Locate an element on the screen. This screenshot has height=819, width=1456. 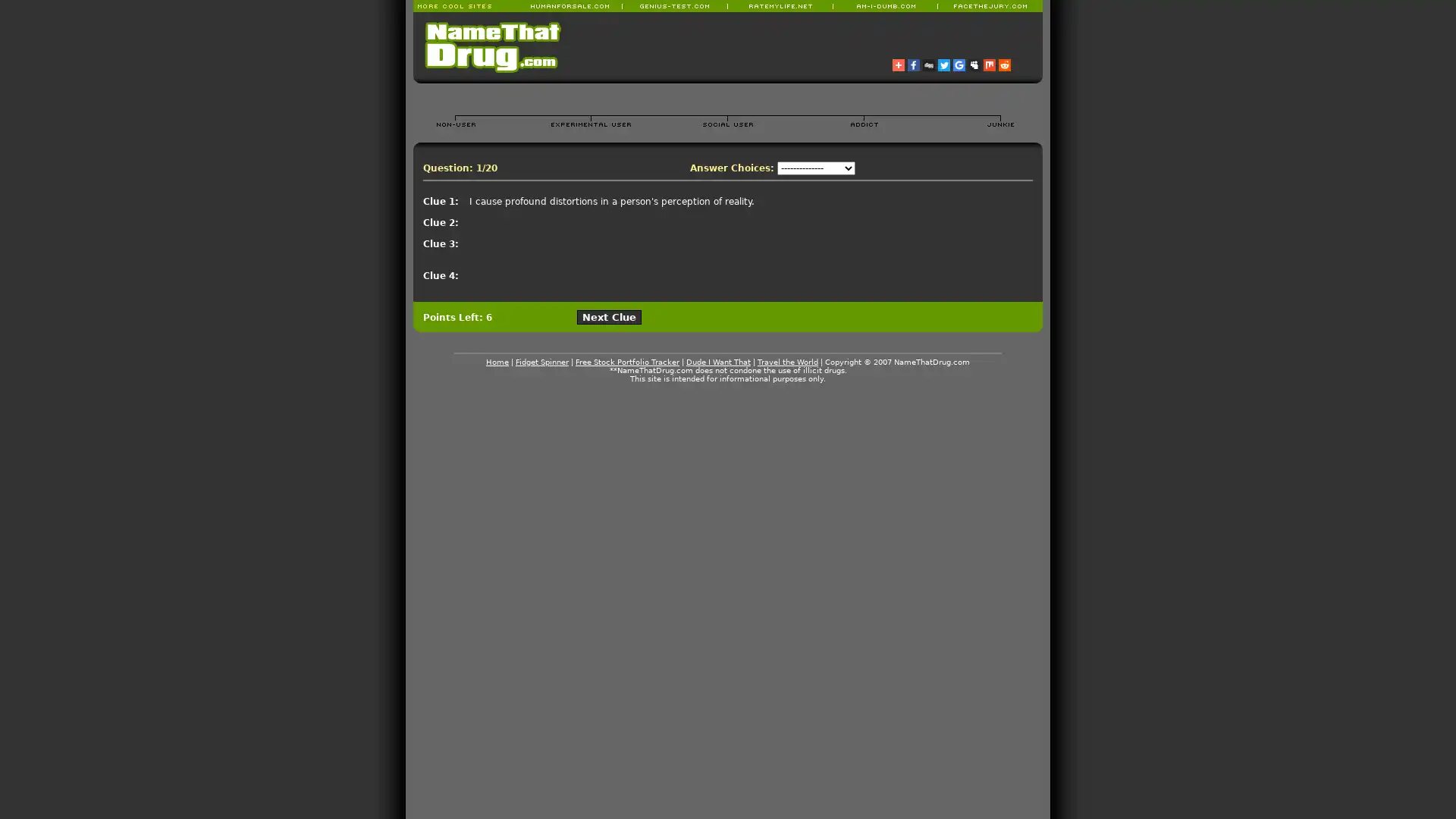
Next Clue is located at coordinates (609, 316).